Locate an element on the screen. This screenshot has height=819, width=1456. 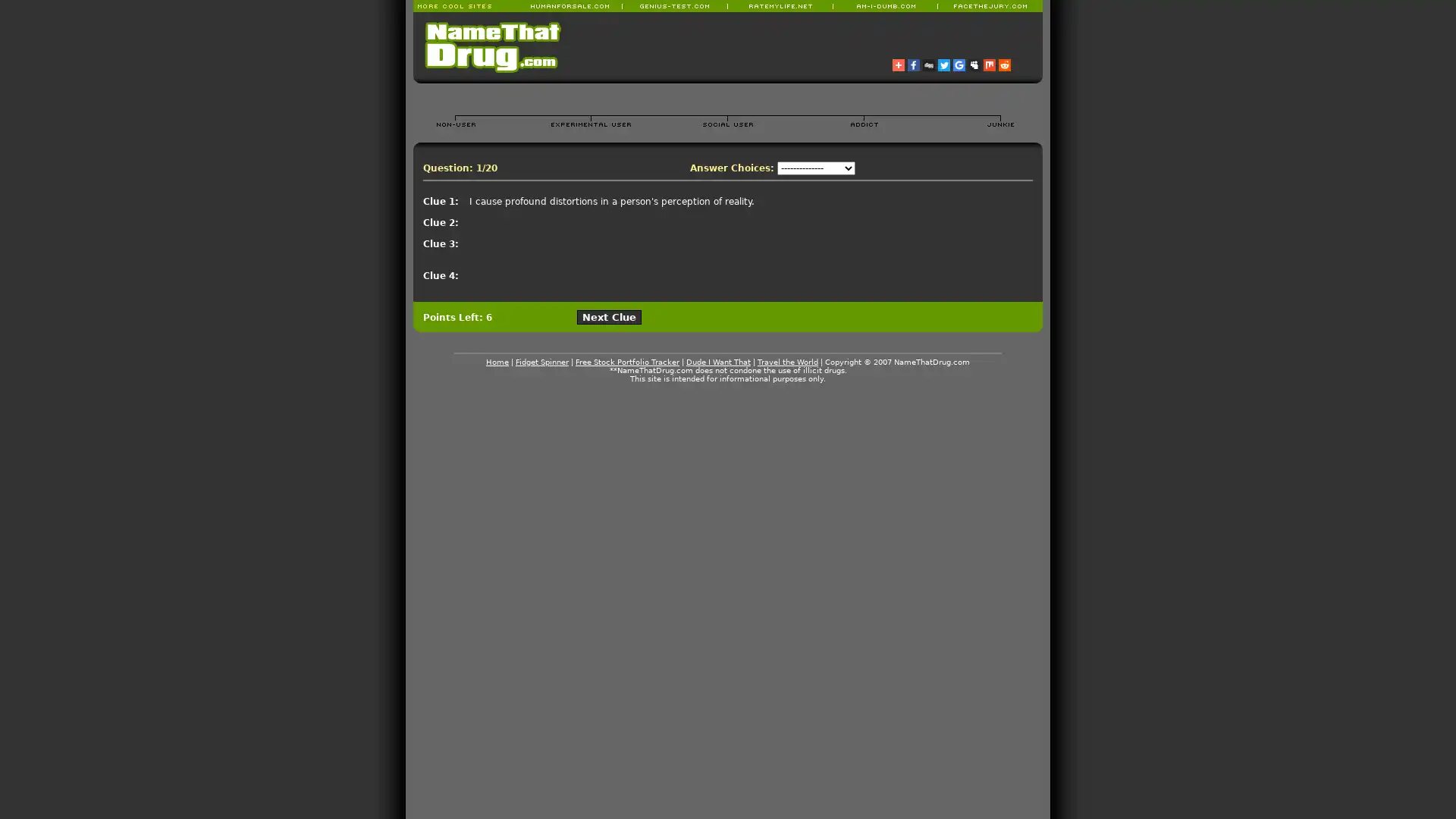
Next Clue is located at coordinates (609, 316).